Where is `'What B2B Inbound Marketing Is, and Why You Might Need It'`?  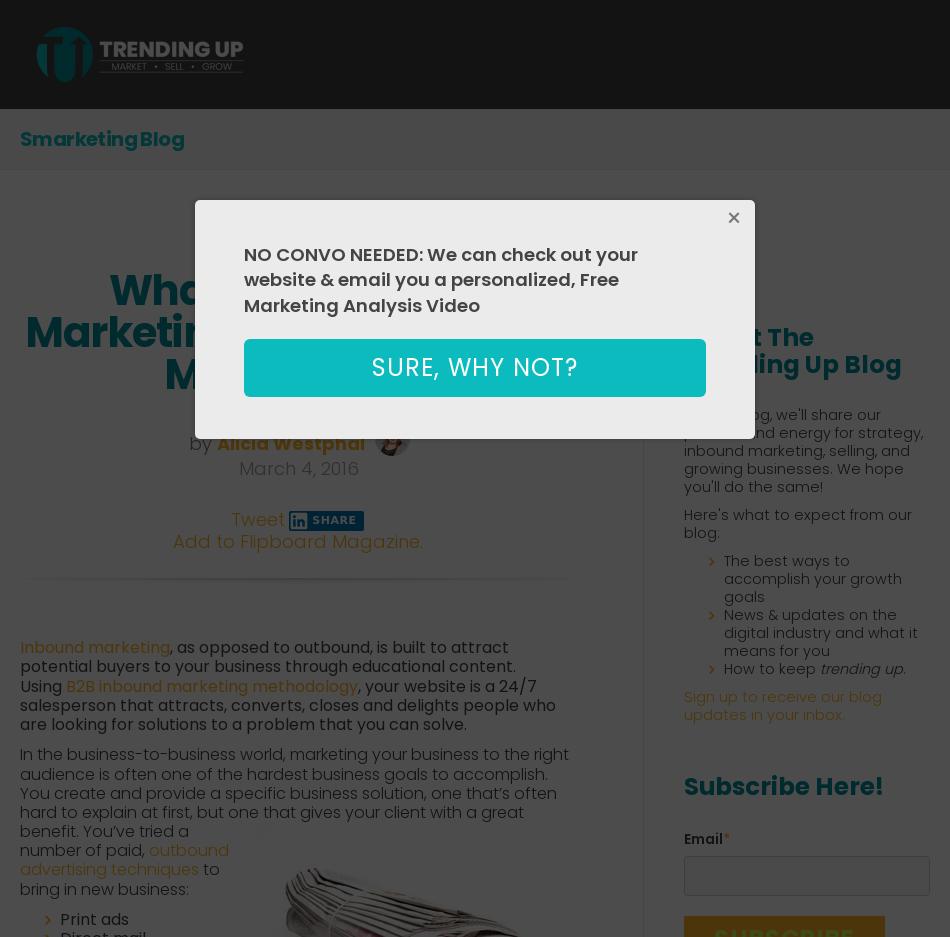
'What B2B Inbound Marketing Is, and Why You Might Need It' is located at coordinates (297, 332).